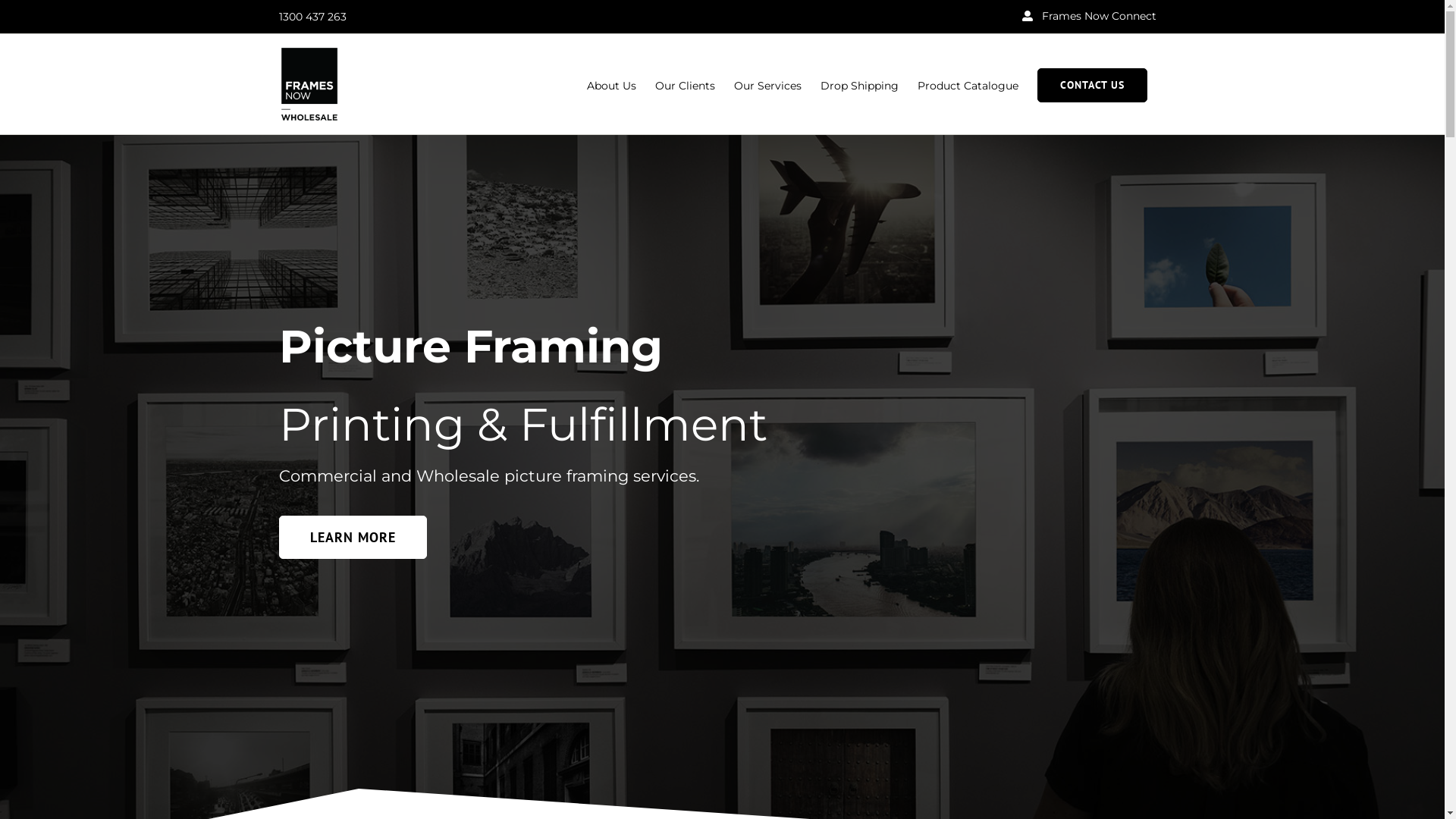  I want to click on 'Our Clients', so click(684, 84).